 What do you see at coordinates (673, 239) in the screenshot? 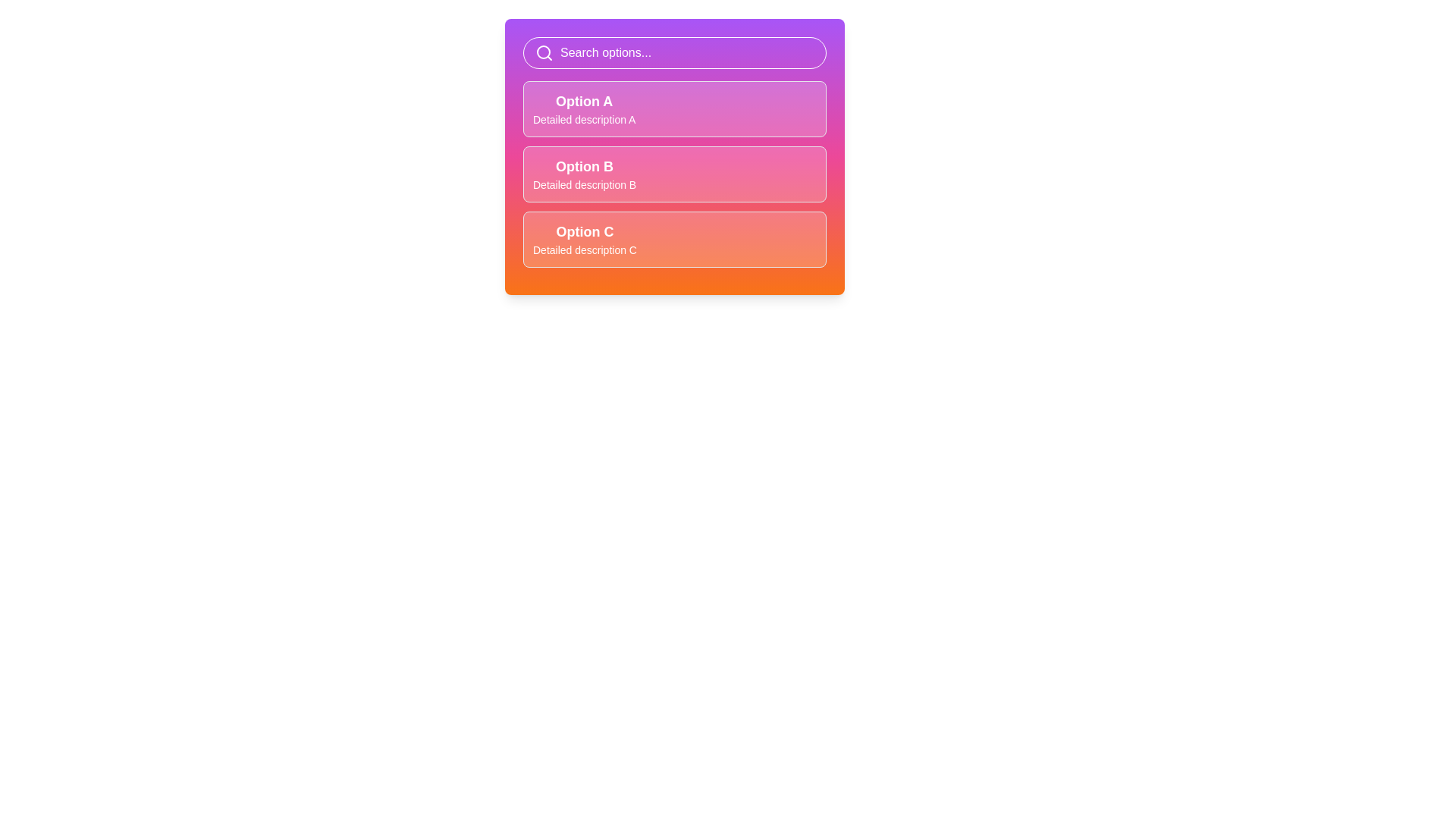
I see `the informational card located at the bottom of the vertical list among three options (Option A, Option B, Option C)` at bounding box center [673, 239].